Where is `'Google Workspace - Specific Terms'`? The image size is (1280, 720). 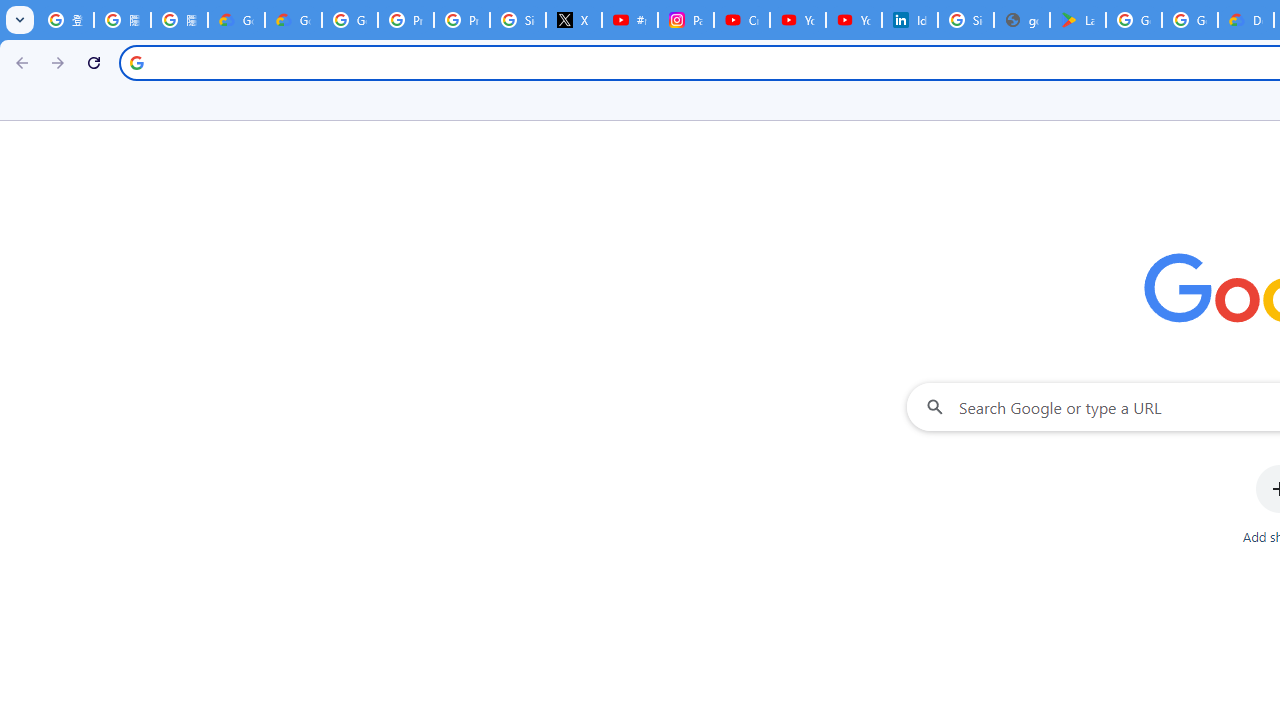 'Google Workspace - Specific Terms' is located at coordinates (1190, 20).